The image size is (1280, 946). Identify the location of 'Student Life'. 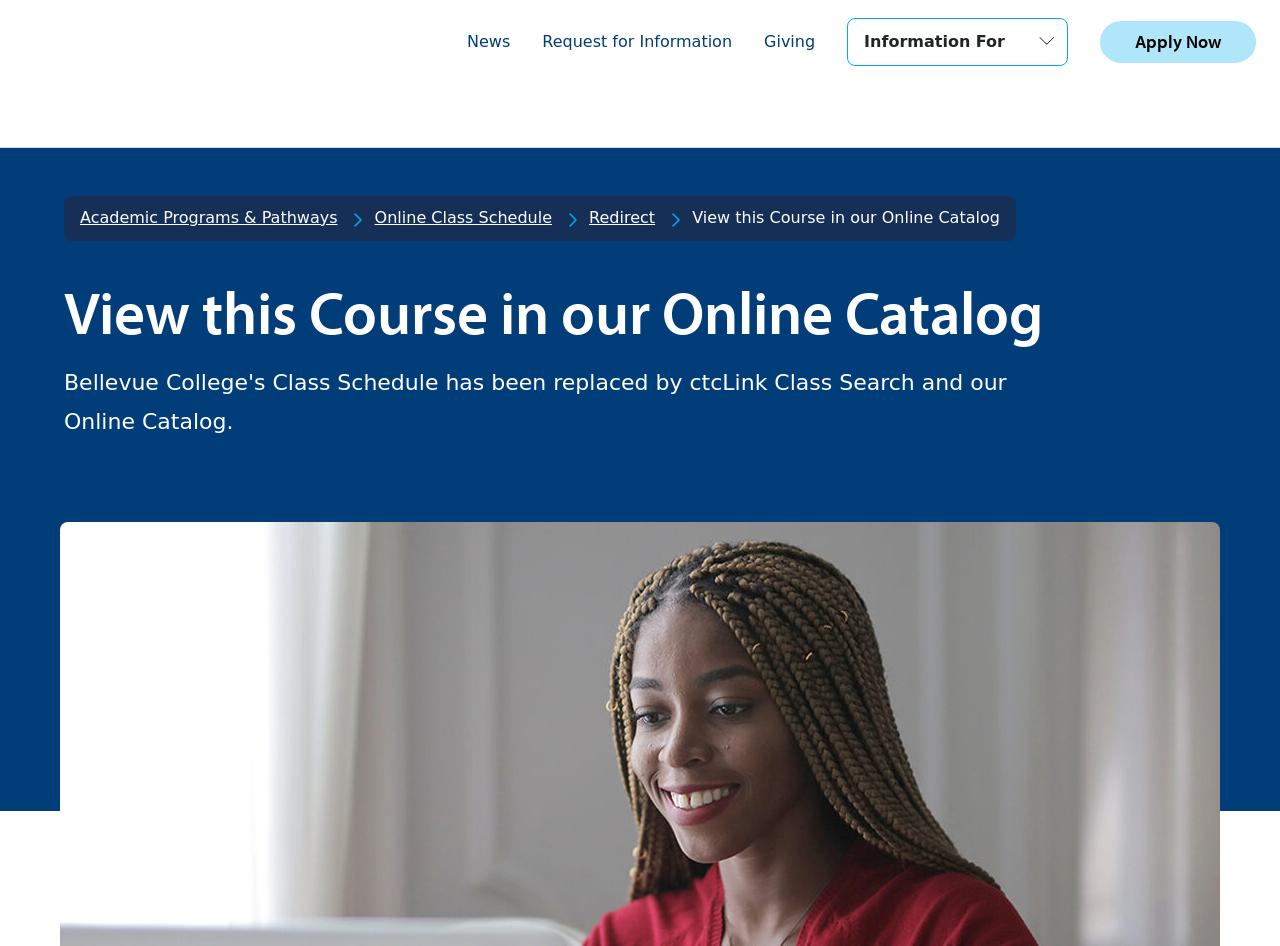
(154, 823).